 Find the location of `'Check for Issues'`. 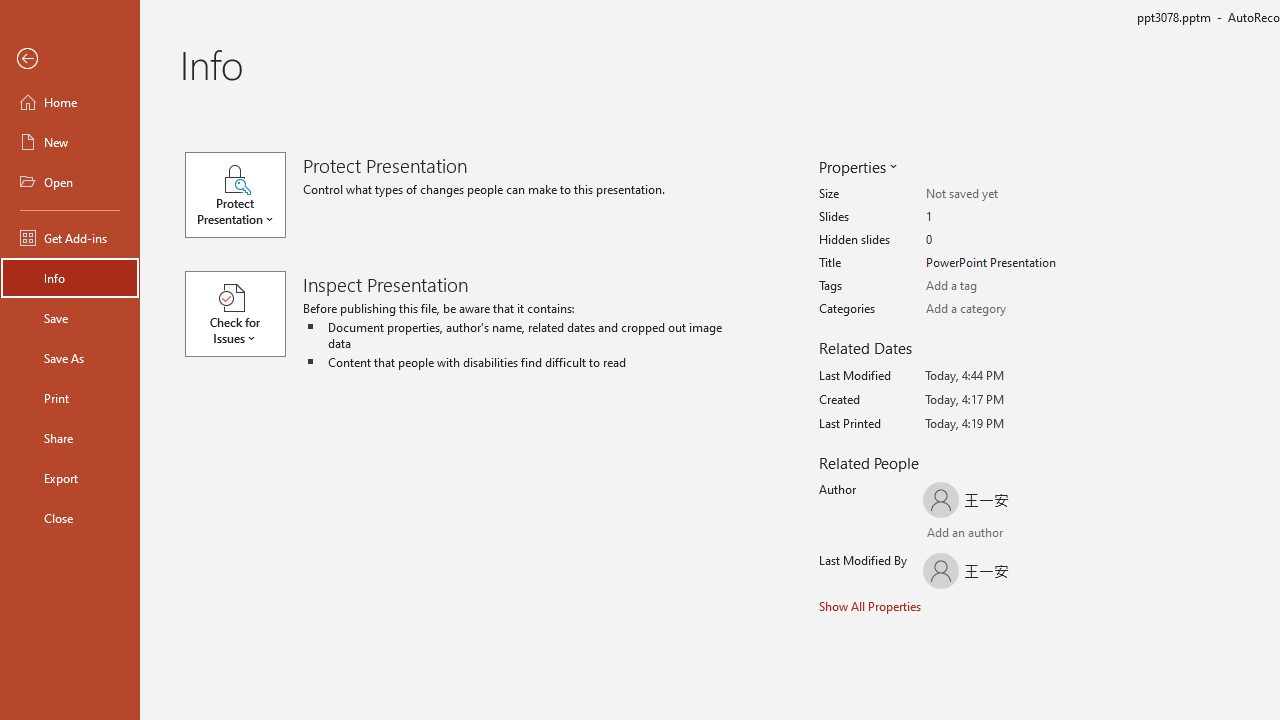

'Check for Issues' is located at coordinates (243, 313).